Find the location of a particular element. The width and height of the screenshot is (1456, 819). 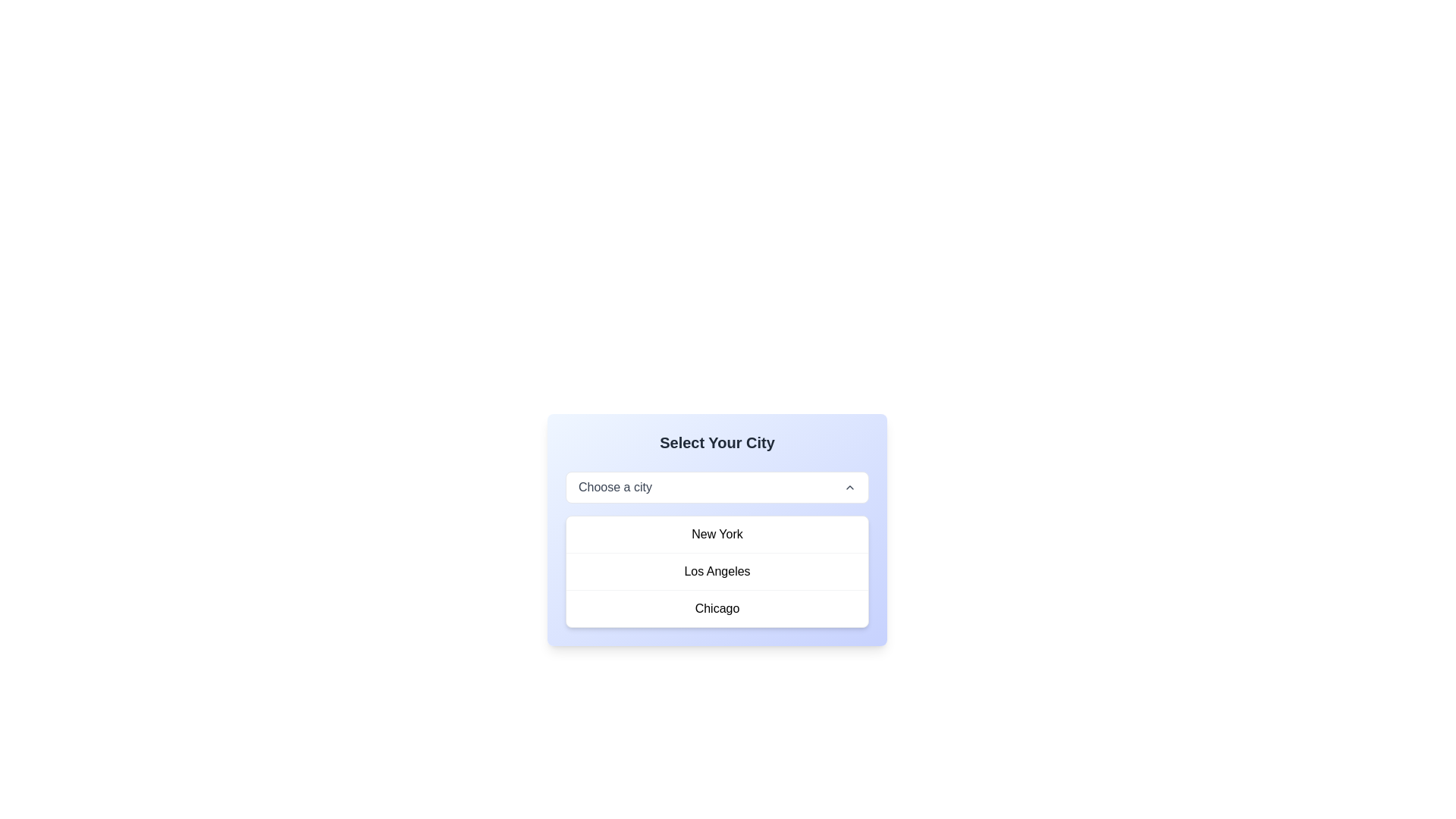

the selectable list item labeled 'New York' in the vertical list of city names is located at coordinates (716, 534).